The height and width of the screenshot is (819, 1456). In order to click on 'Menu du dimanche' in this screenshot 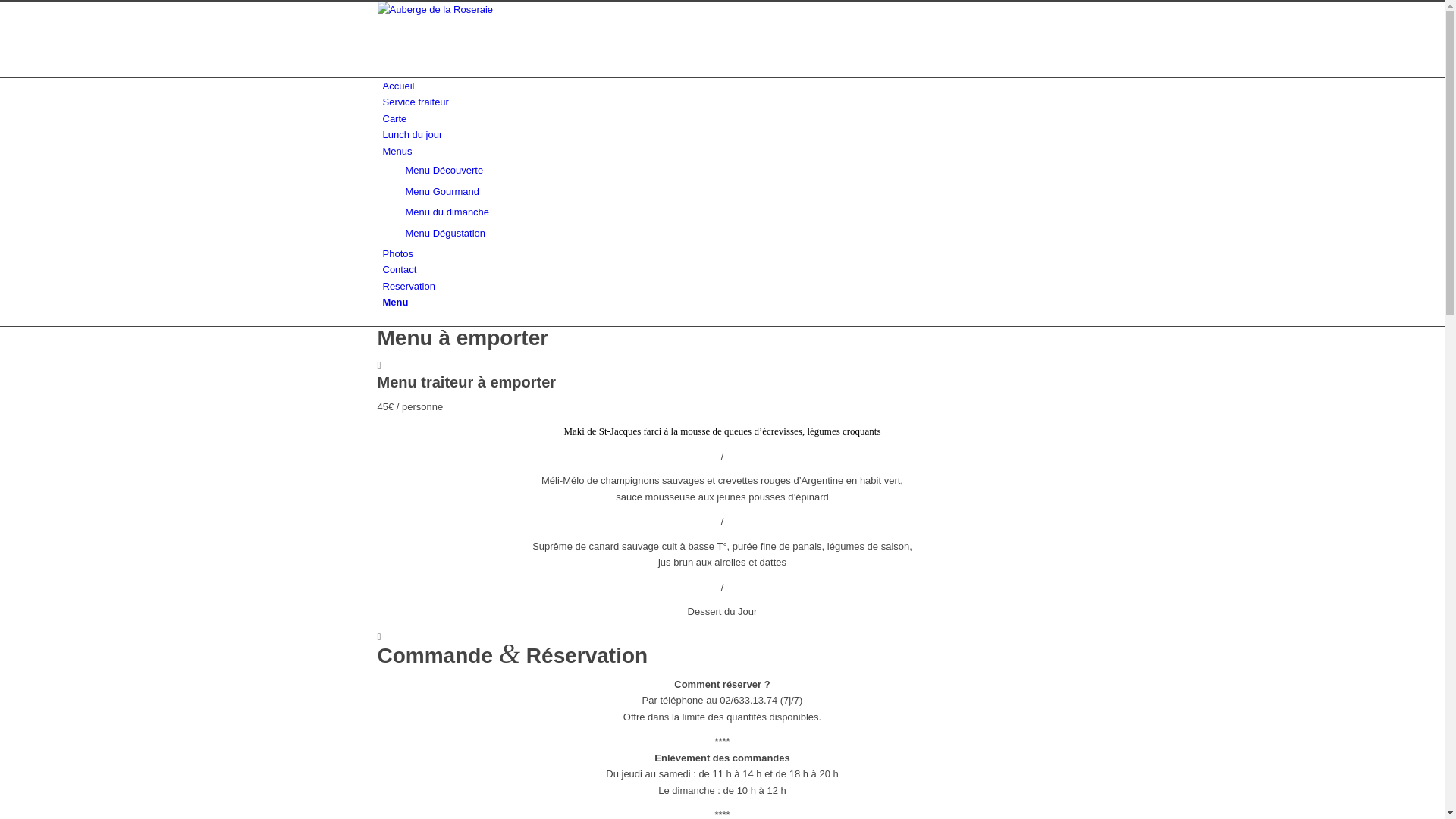, I will do `click(404, 212)`.